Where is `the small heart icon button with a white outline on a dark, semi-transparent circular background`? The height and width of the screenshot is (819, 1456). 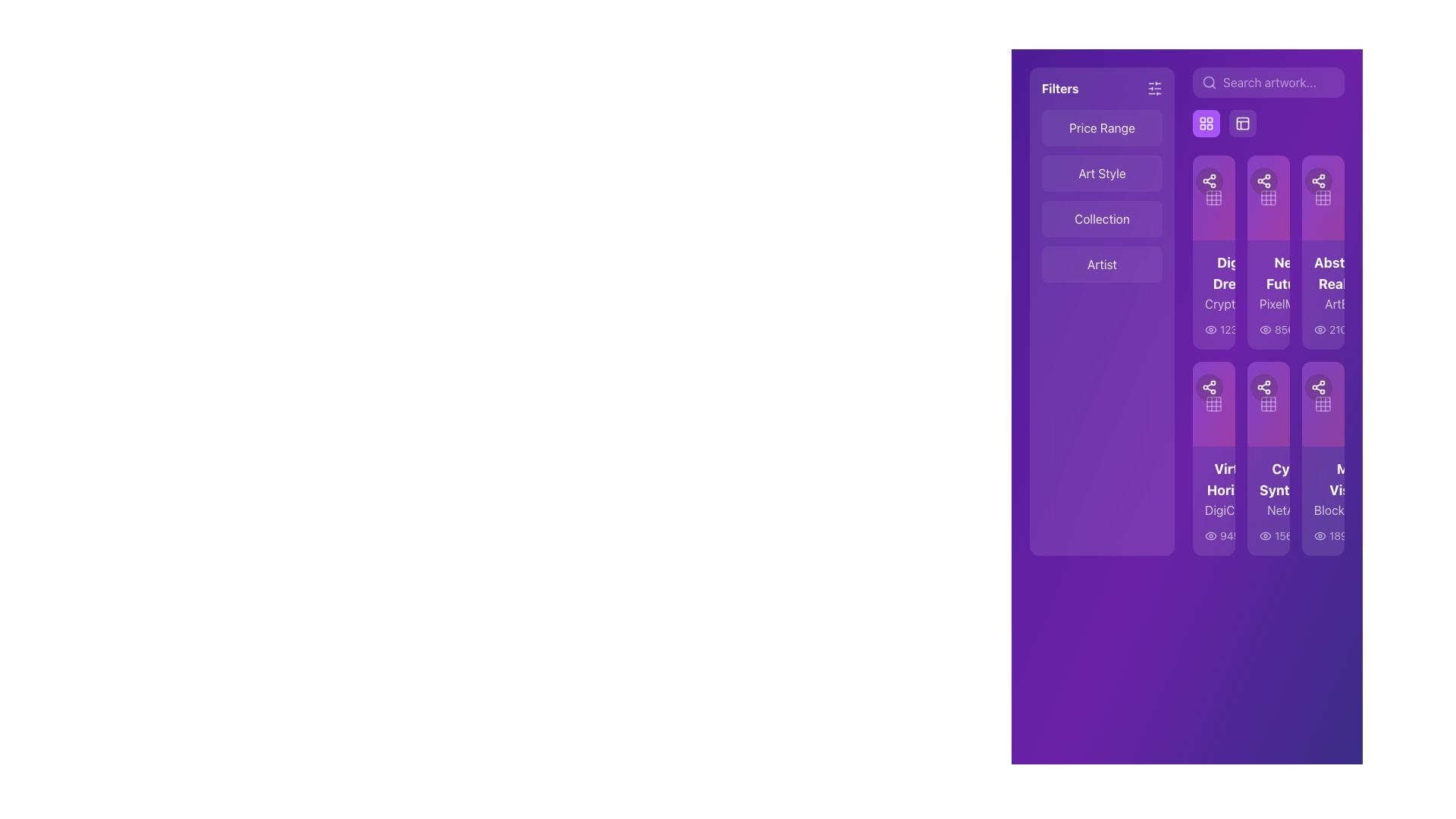
the small heart icon button with a white outline on a dark, semi-transparent circular background is located at coordinates (1284, 180).